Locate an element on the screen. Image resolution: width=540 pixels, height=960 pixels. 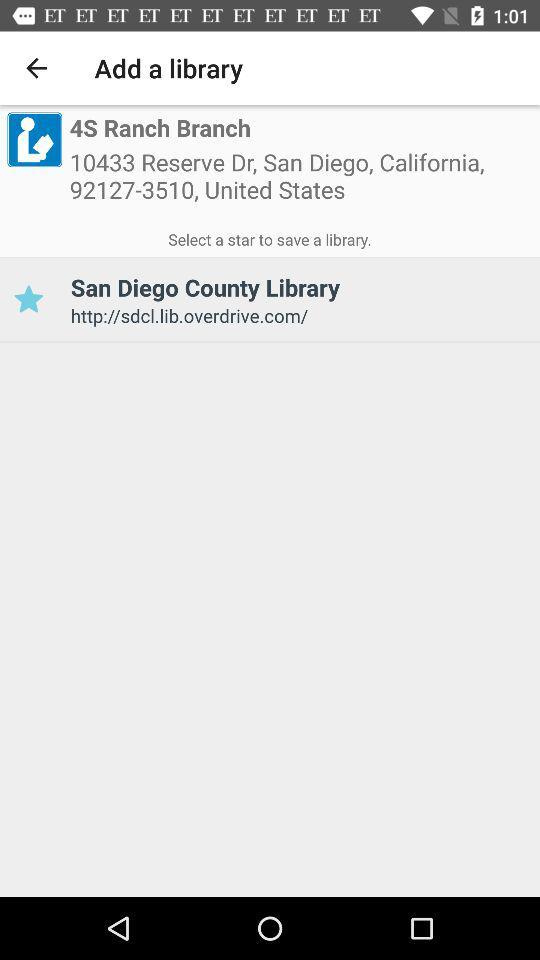
a library is located at coordinates (27, 298).